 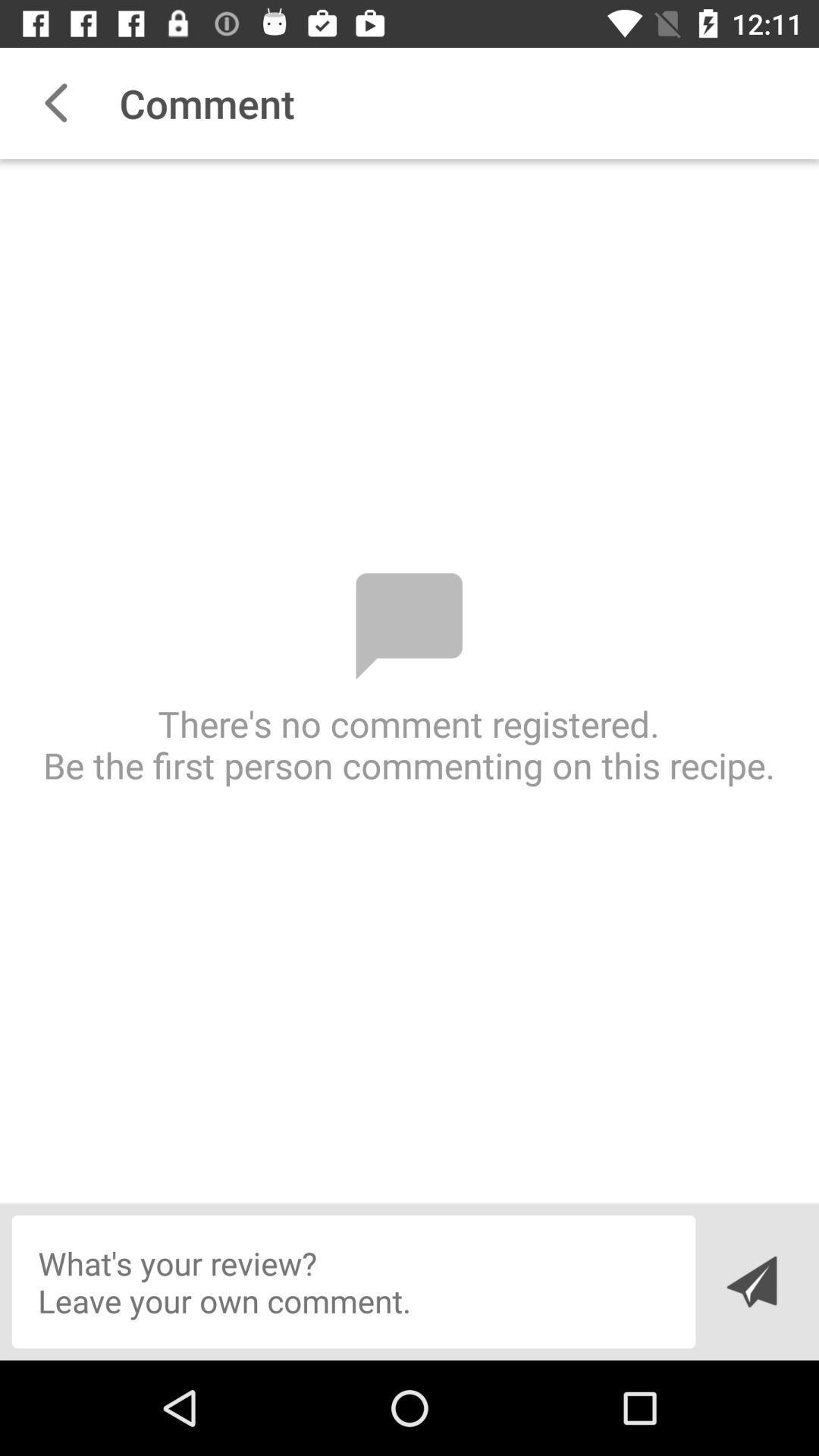 I want to click on item above there s no item, so click(x=55, y=102).